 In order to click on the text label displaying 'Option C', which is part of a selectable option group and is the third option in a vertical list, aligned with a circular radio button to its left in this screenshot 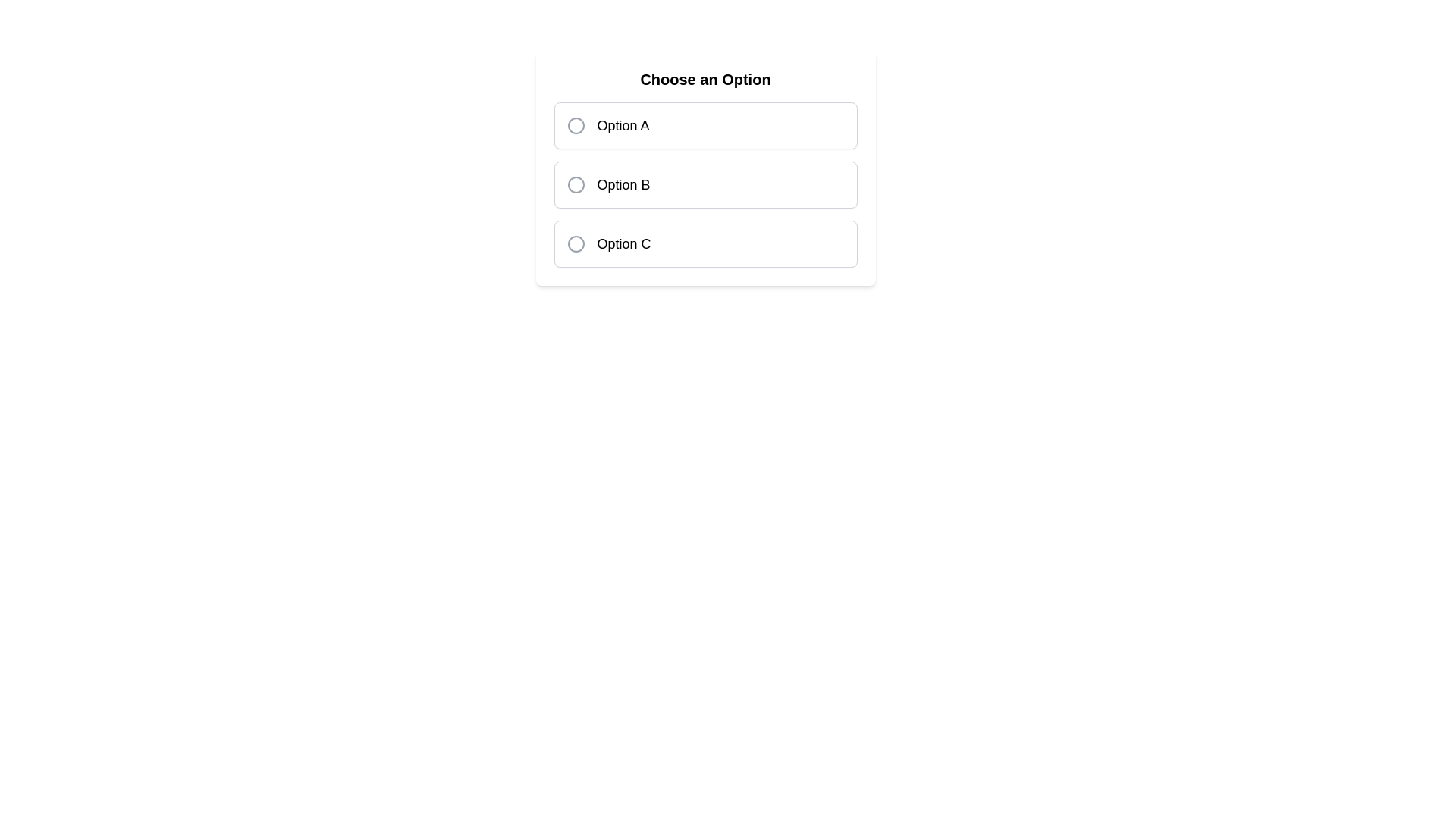, I will do `click(624, 243)`.